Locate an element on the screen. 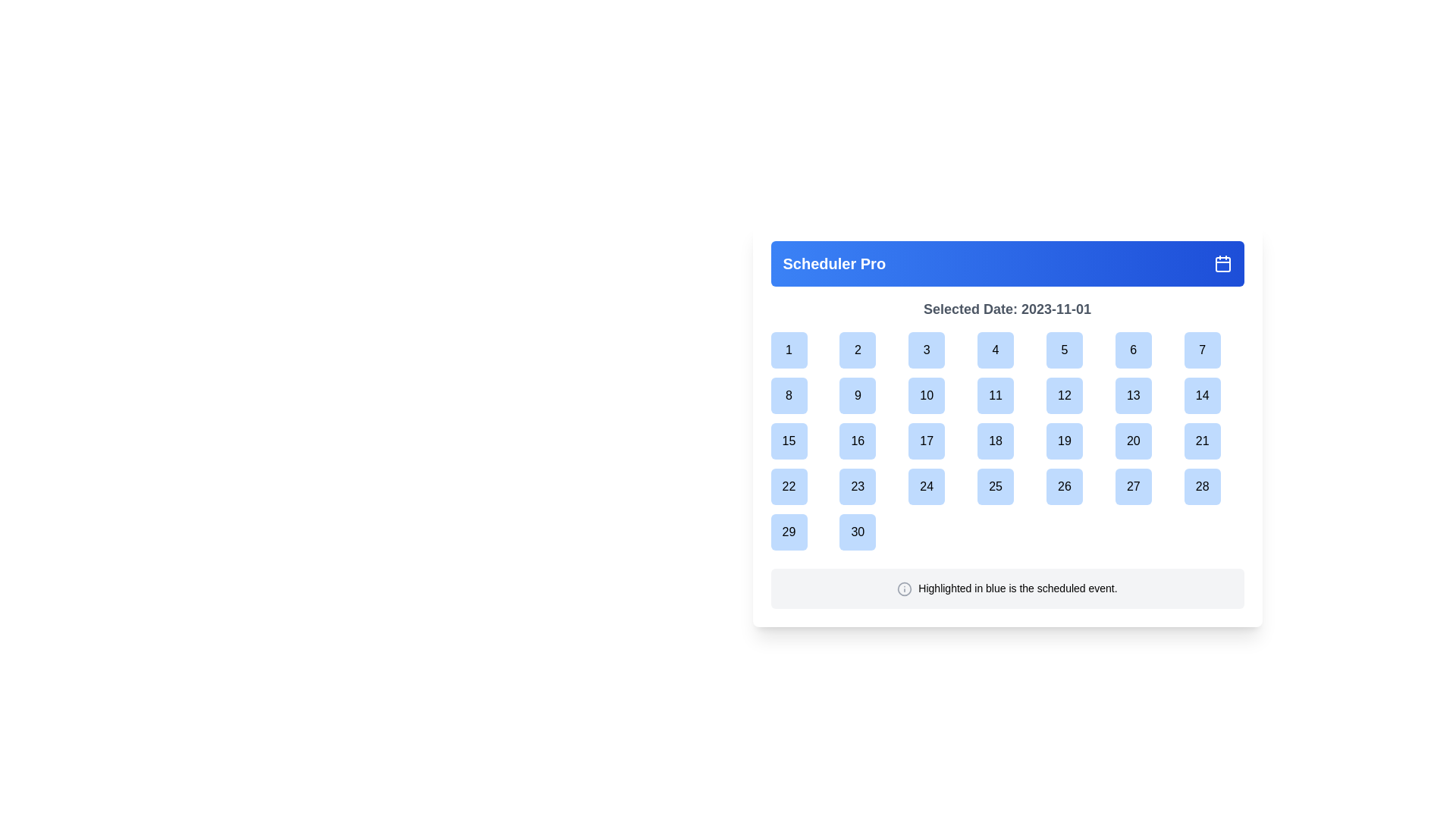 Image resolution: width=1456 pixels, height=819 pixels. the date '30' button in the calendar grid, which is a light blue square with rounded corners, located in the last row and second column from the left is located at coordinates (869, 532).